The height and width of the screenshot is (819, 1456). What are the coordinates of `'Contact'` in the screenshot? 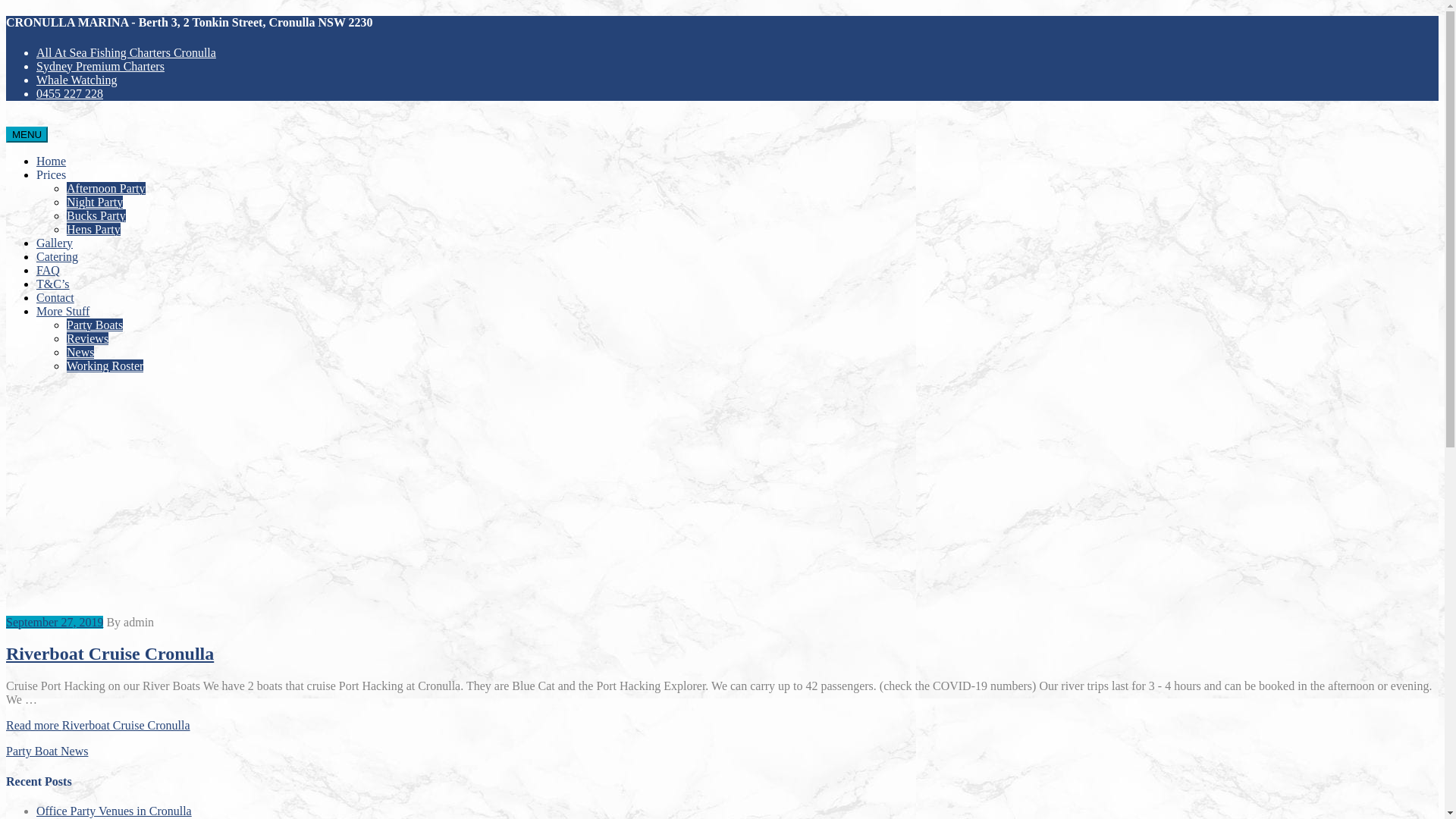 It's located at (36, 297).